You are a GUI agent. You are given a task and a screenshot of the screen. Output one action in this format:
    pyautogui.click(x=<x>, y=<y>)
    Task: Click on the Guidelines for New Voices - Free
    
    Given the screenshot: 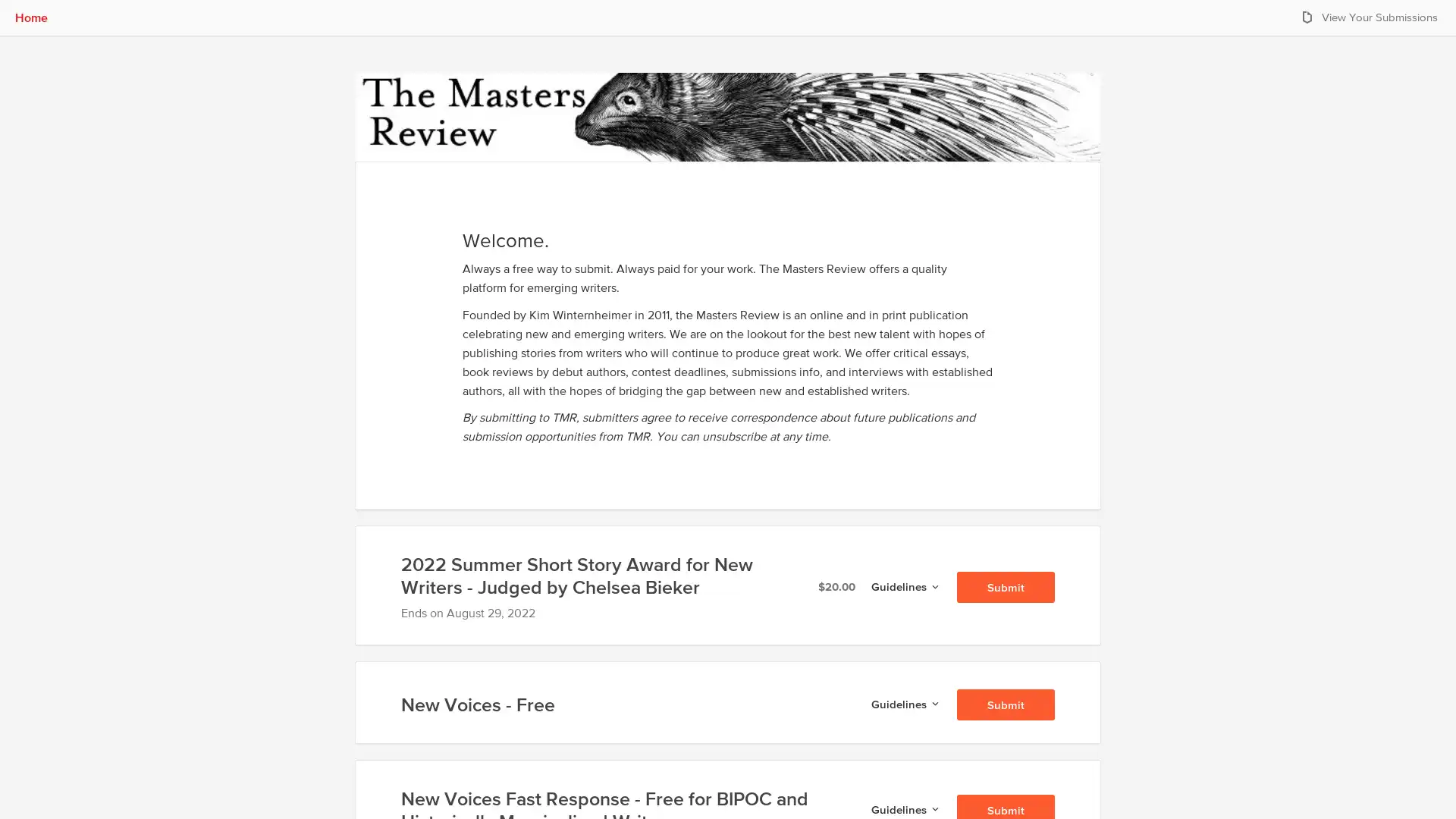 What is the action you would take?
    pyautogui.click(x=906, y=702)
    